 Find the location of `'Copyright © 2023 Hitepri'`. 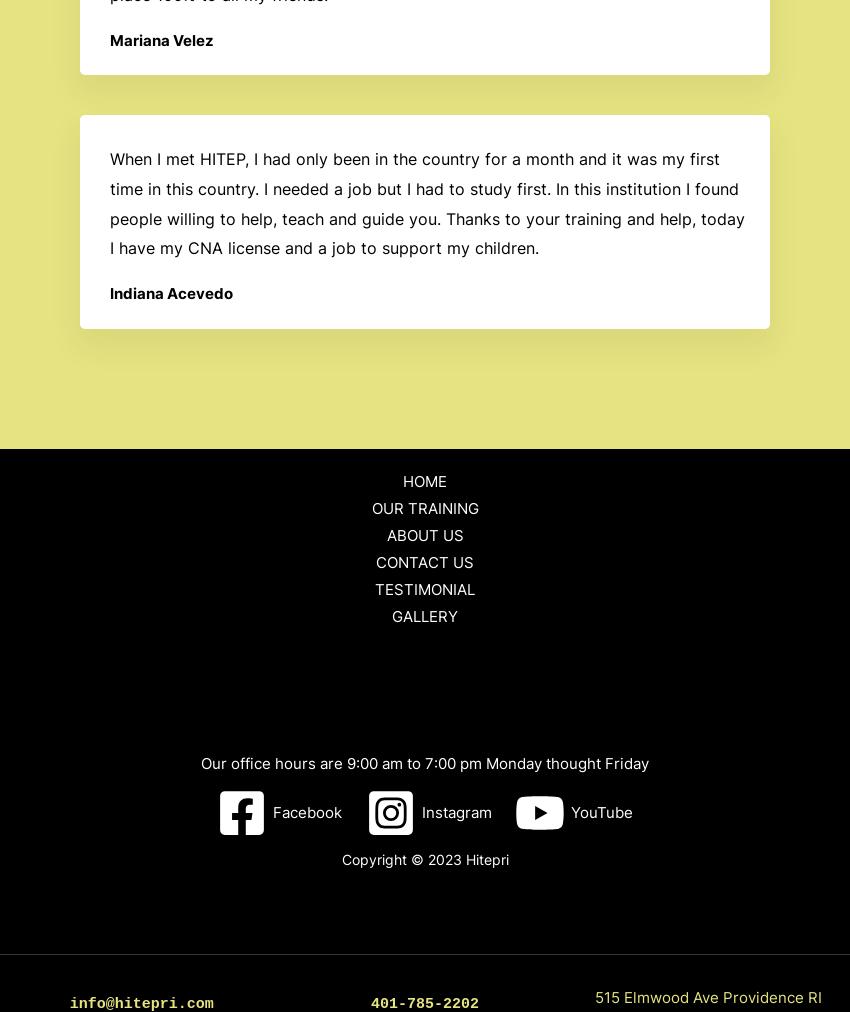

'Copyright © 2023 Hitepri' is located at coordinates (340, 858).